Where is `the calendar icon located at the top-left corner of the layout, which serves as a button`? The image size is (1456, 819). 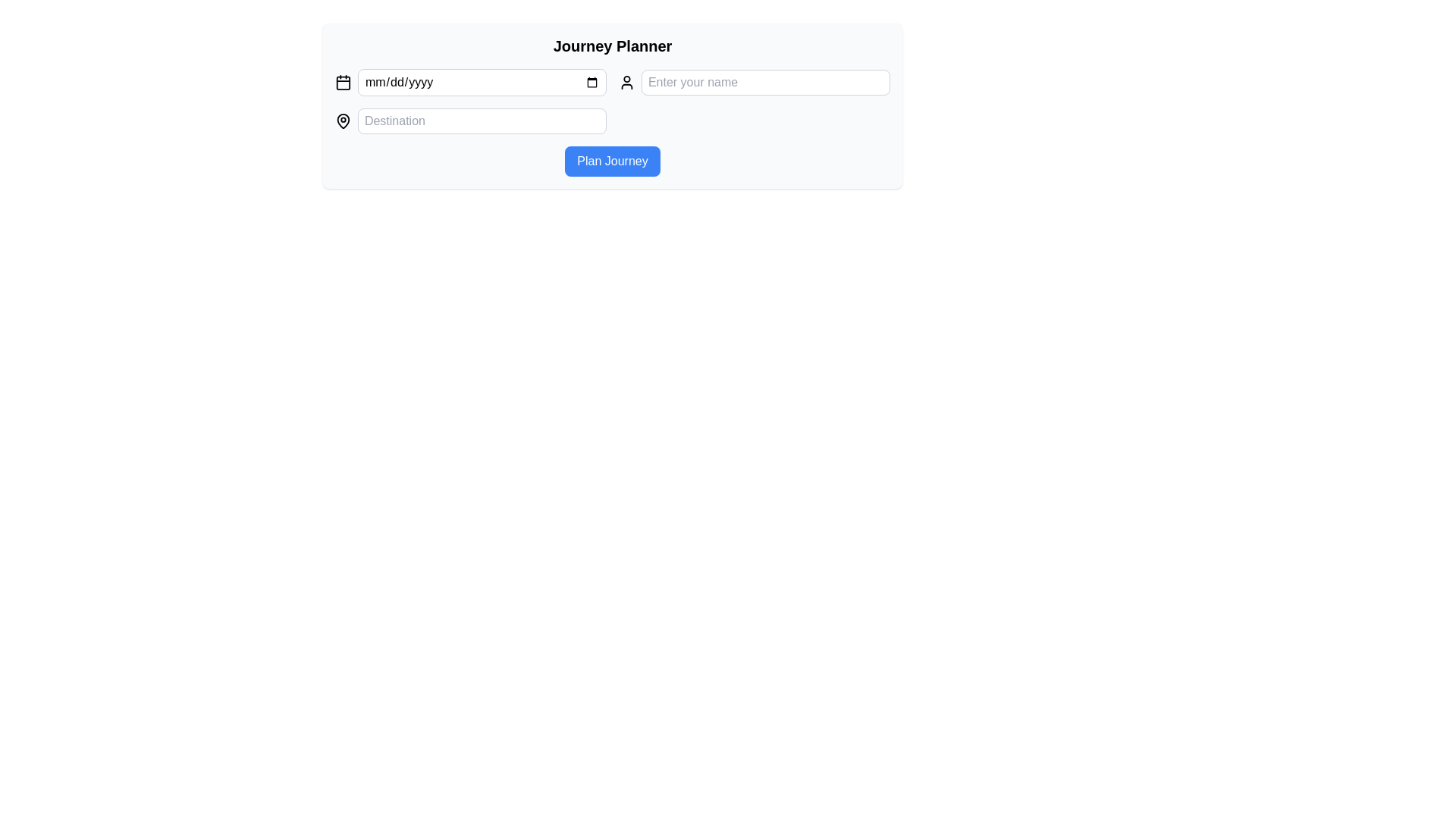 the calendar icon located at the top-left corner of the layout, which serves as a button is located at coordinates (342, 82).